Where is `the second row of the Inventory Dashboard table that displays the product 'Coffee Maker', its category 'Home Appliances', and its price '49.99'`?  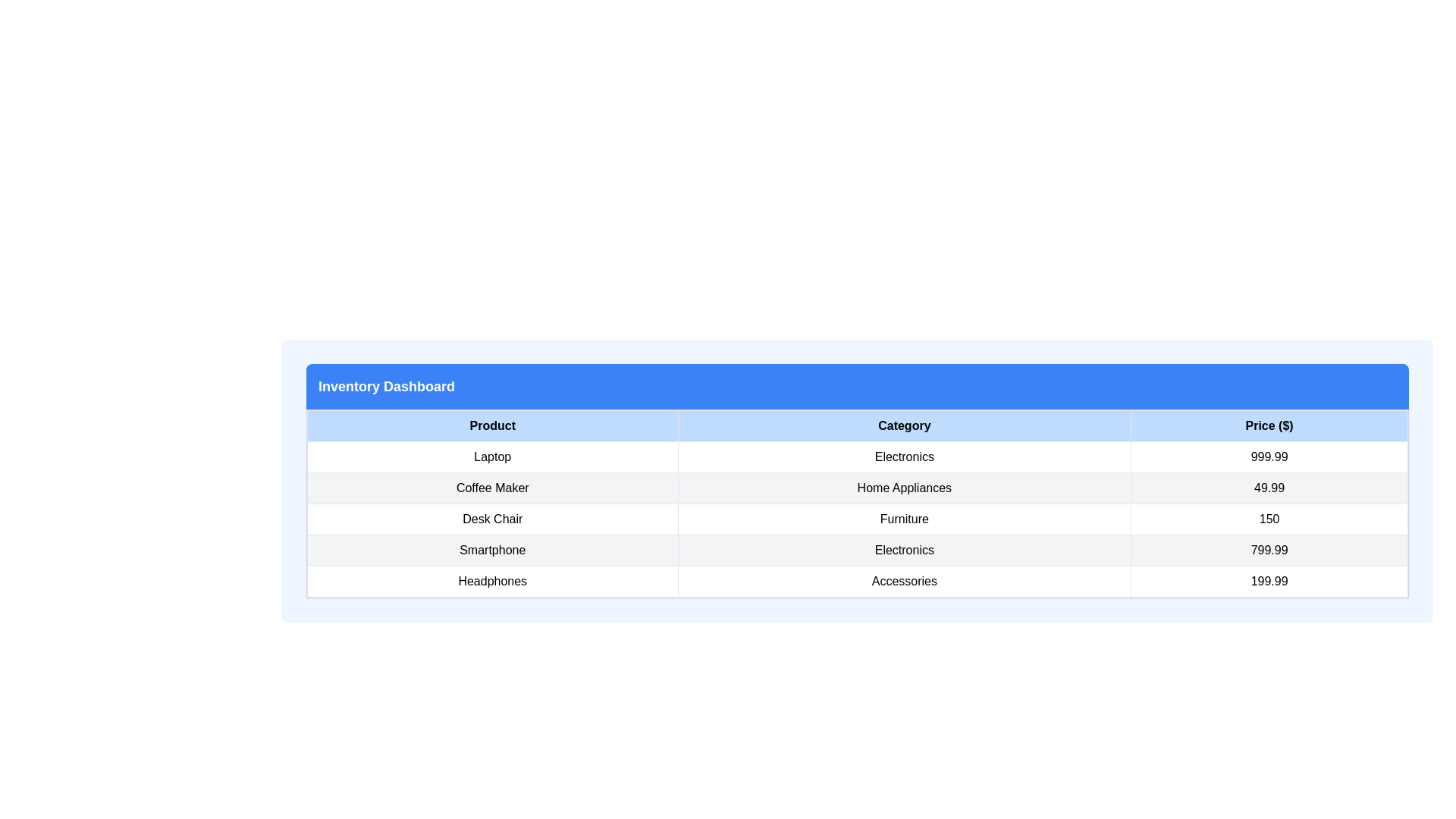
the second row of the Inventory Dashboard table that displays the product 'Coffee Maker', its category 'Home Appliances', and its price '49.99' is located at coordinates (858, 488).